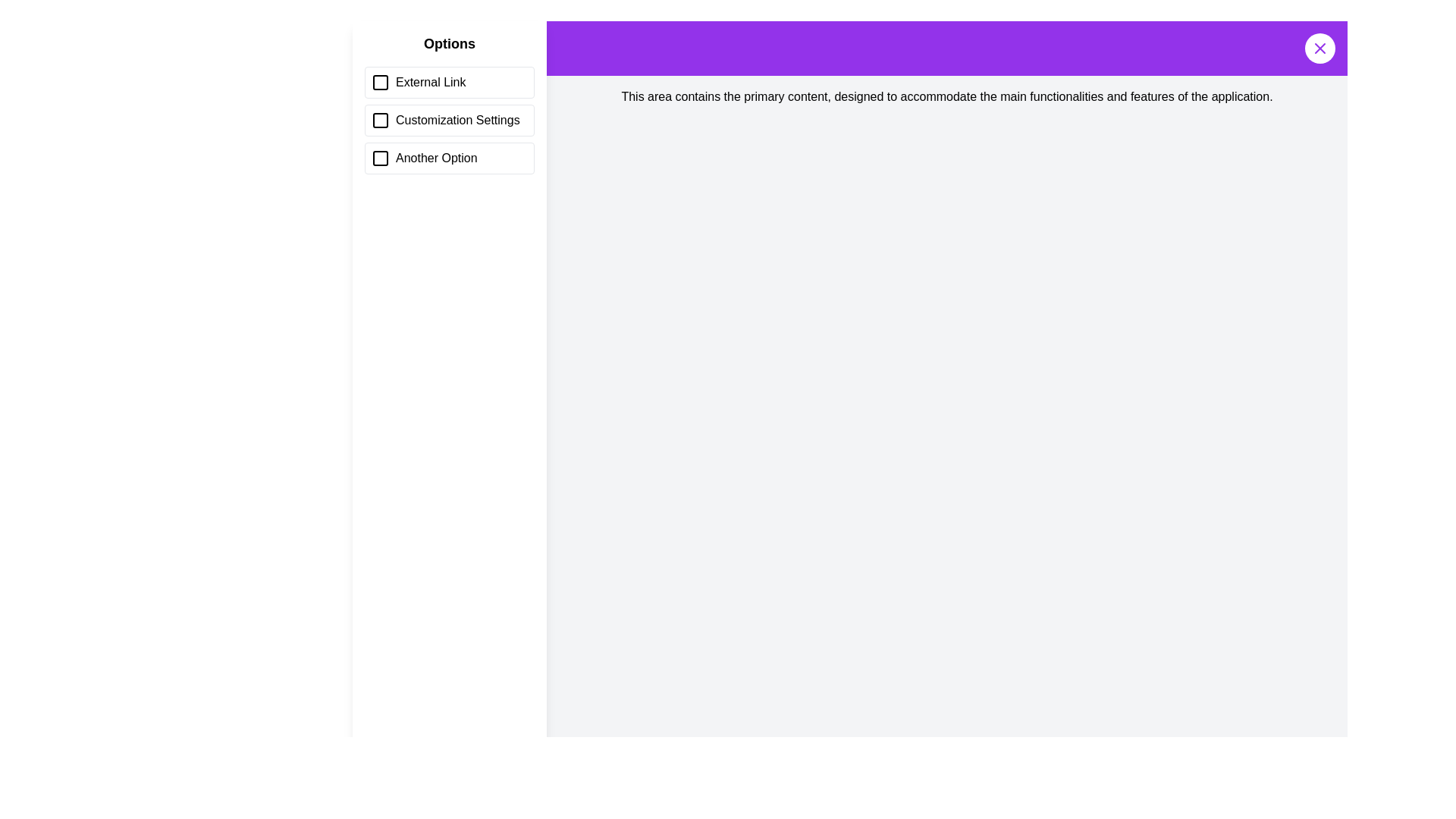 Image resolution: width=1456 pixels, height=819 pixels. Describe the element at coordinates (449, 158) in the screenshot. I see `the 'Another Option' button with a checkbox icon located under 'Customization Settings' in the options list` at that location.